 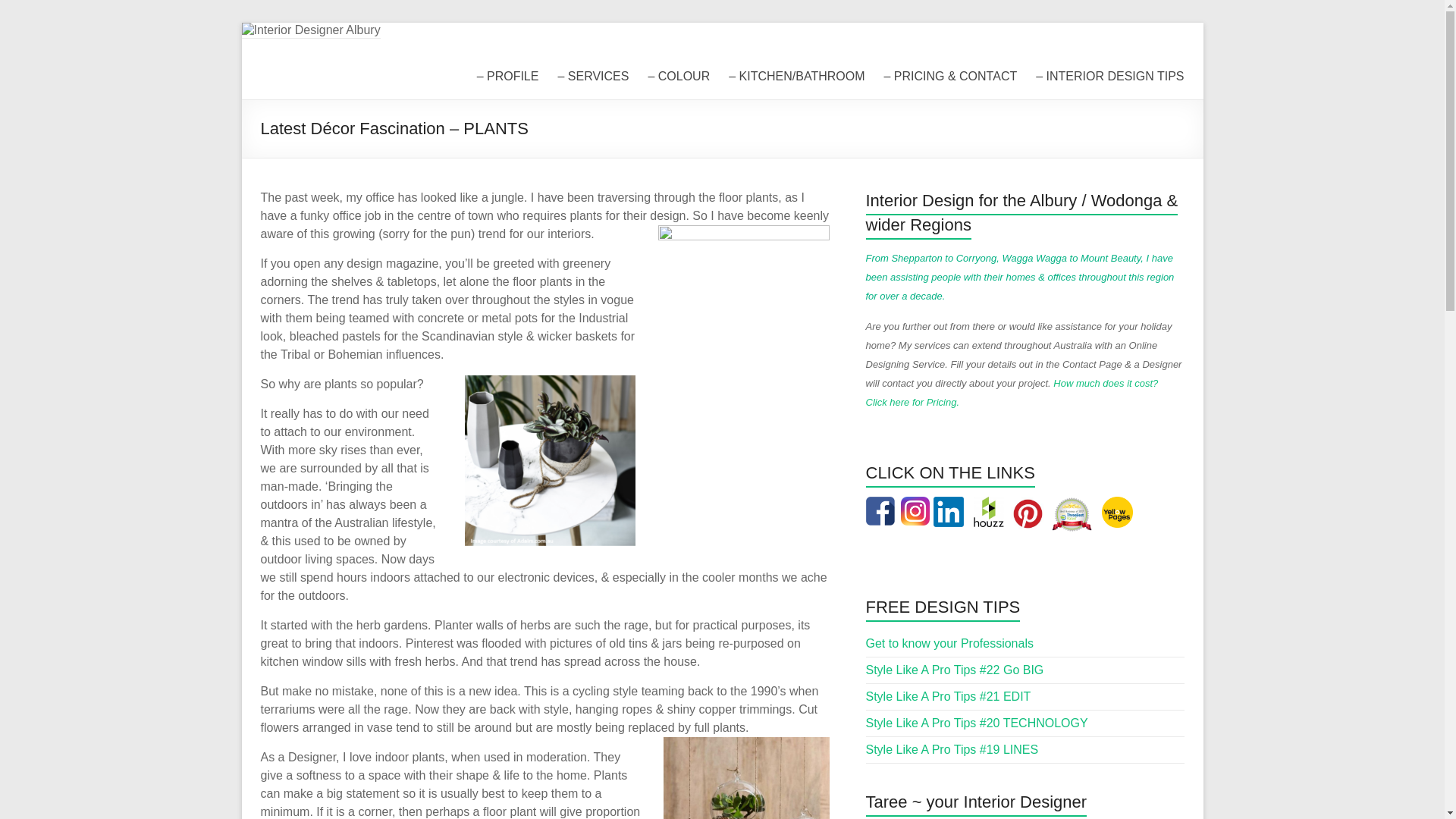 What do you see at coordinates (952, 748) in the screenshot?
I see `'Style Like A Pro Tips #19 LINES'` at bounding box center [952, 748].